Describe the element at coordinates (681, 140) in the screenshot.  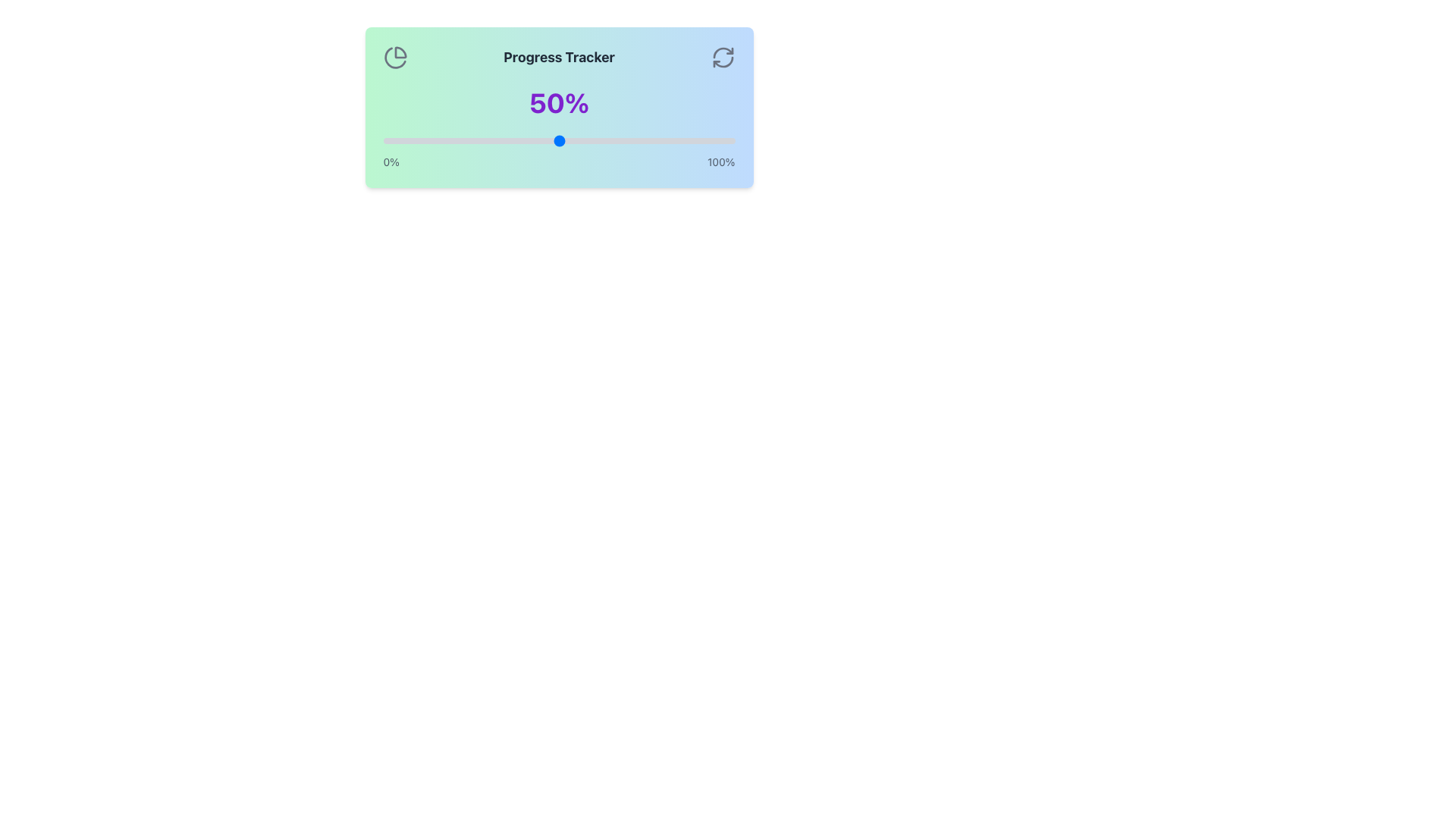
I see `the progress tracker value` at that location.